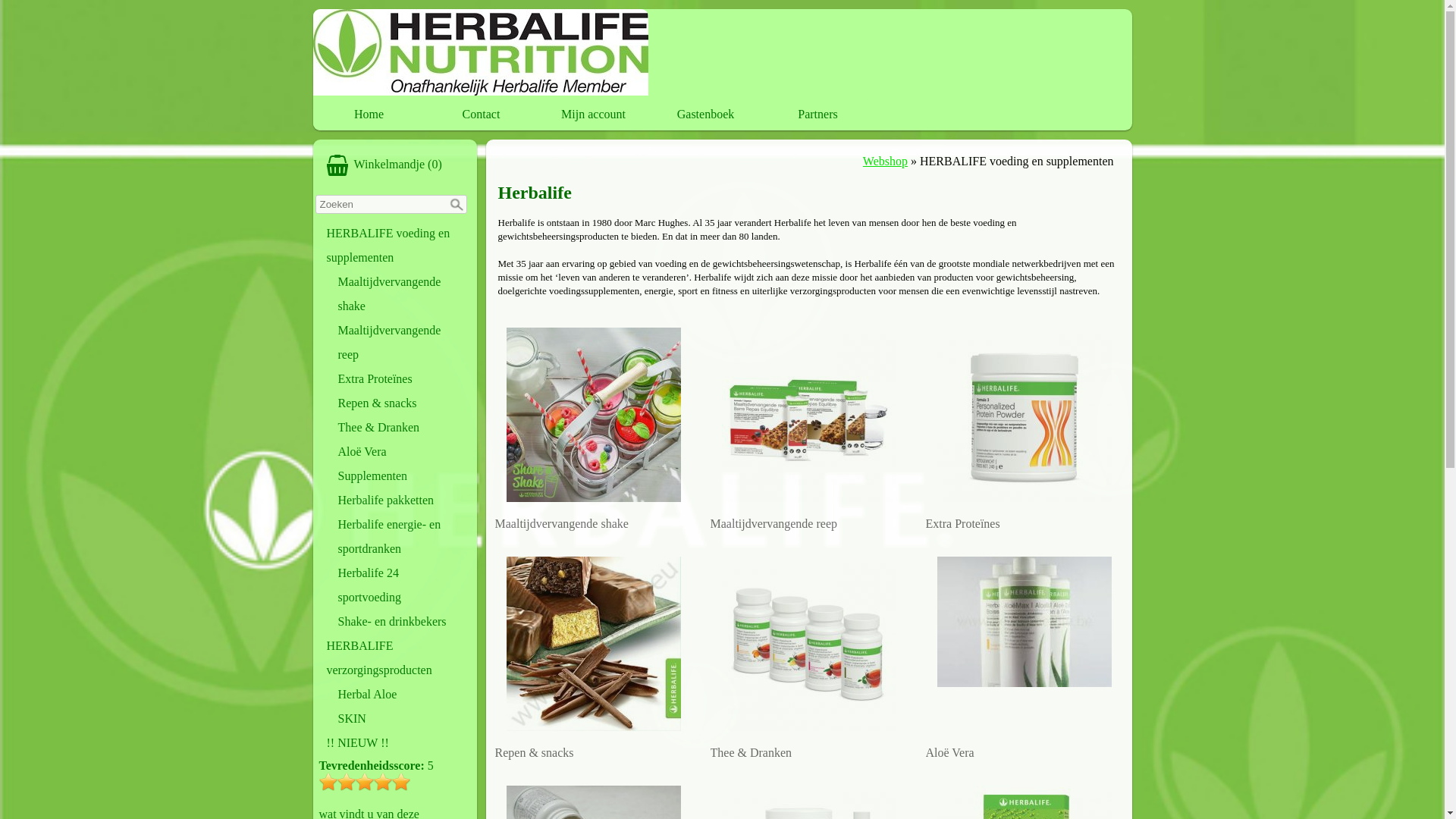 This screenshot has height=819, width=1456. I want to click on 'Gastenboek', so click(705, 113).